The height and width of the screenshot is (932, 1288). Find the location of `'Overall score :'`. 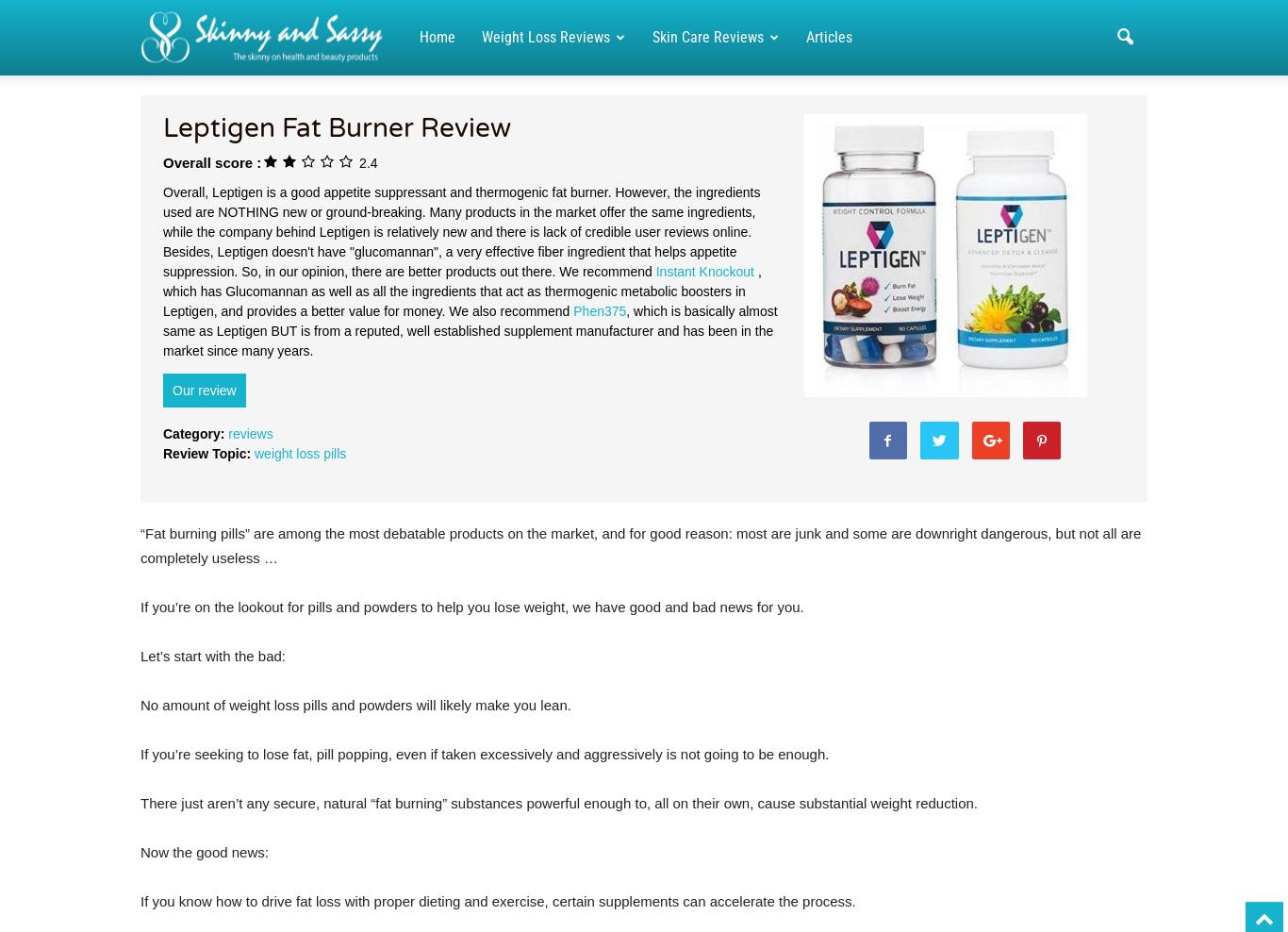

'Overall score :' is located at coordinates (210, 161).